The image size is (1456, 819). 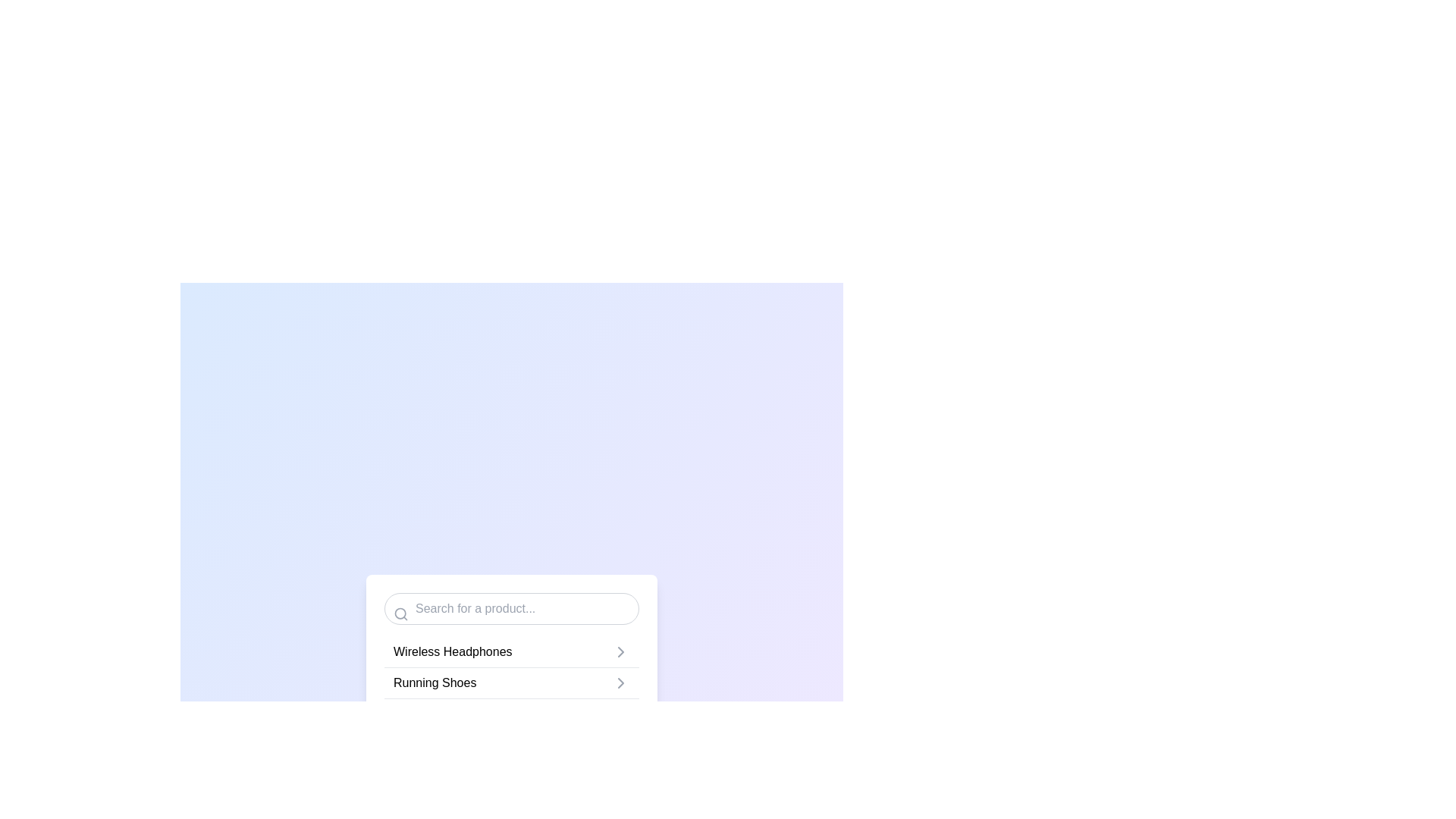 I want to click on the second list item representing the 'Running Shoes' category, so click(x=512, y=681).